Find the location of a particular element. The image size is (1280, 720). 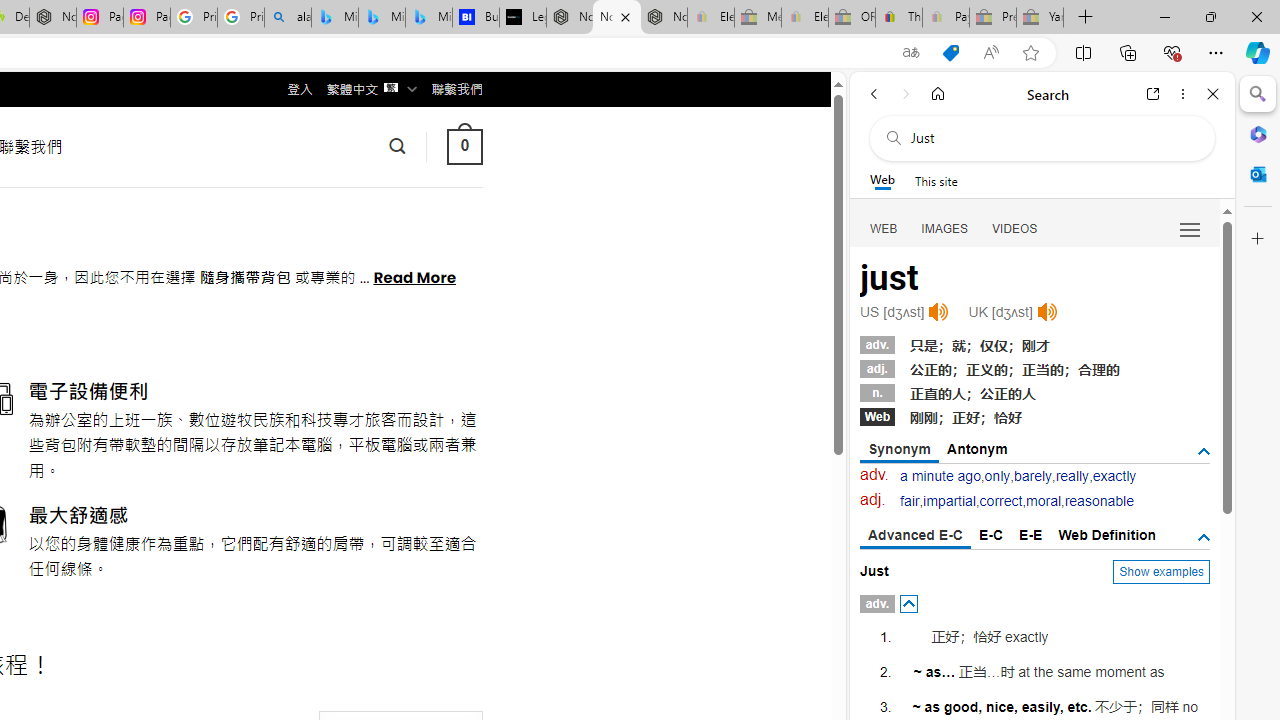

'Microsoft Bing Travel - Shangri-La Hotel Bangkok' is located at coordinates (427, 17).